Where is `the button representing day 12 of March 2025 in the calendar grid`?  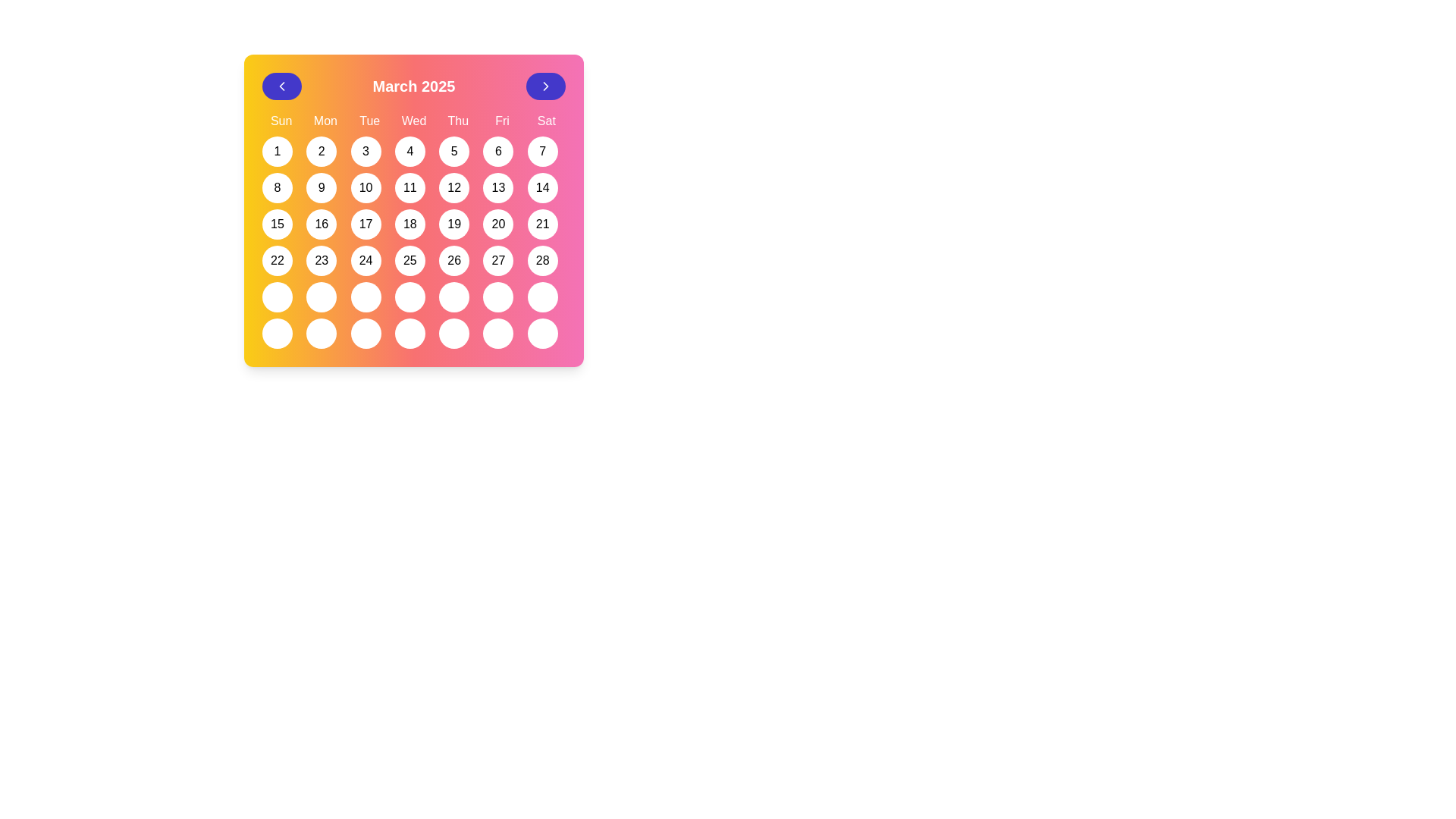 the button representing day 12 of March 2025 in the calendar grid is located at coordinates (453, 187).